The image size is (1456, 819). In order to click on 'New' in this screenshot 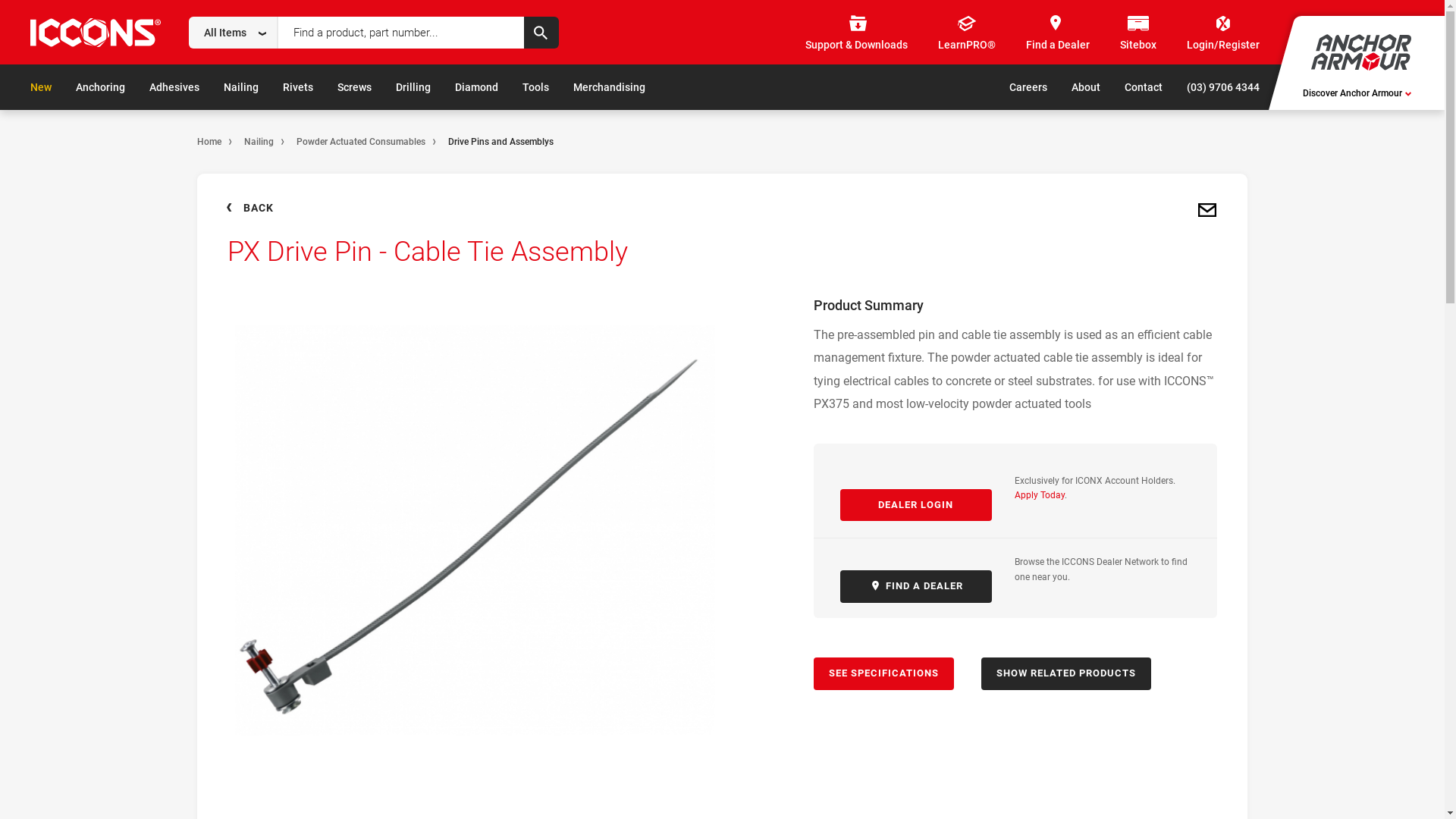, I will do `click(30, 87)`.